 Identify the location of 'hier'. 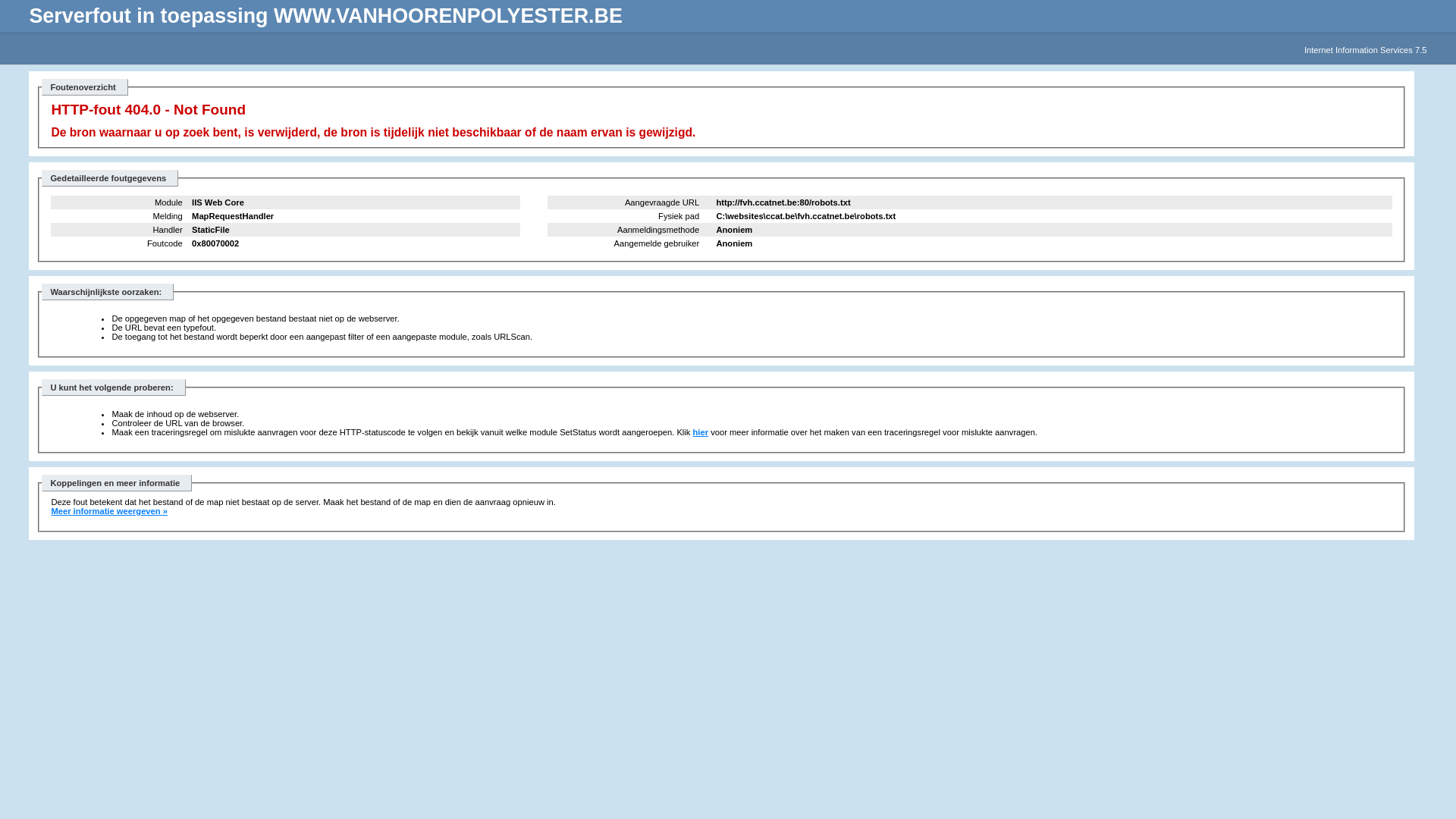
(692, 432).